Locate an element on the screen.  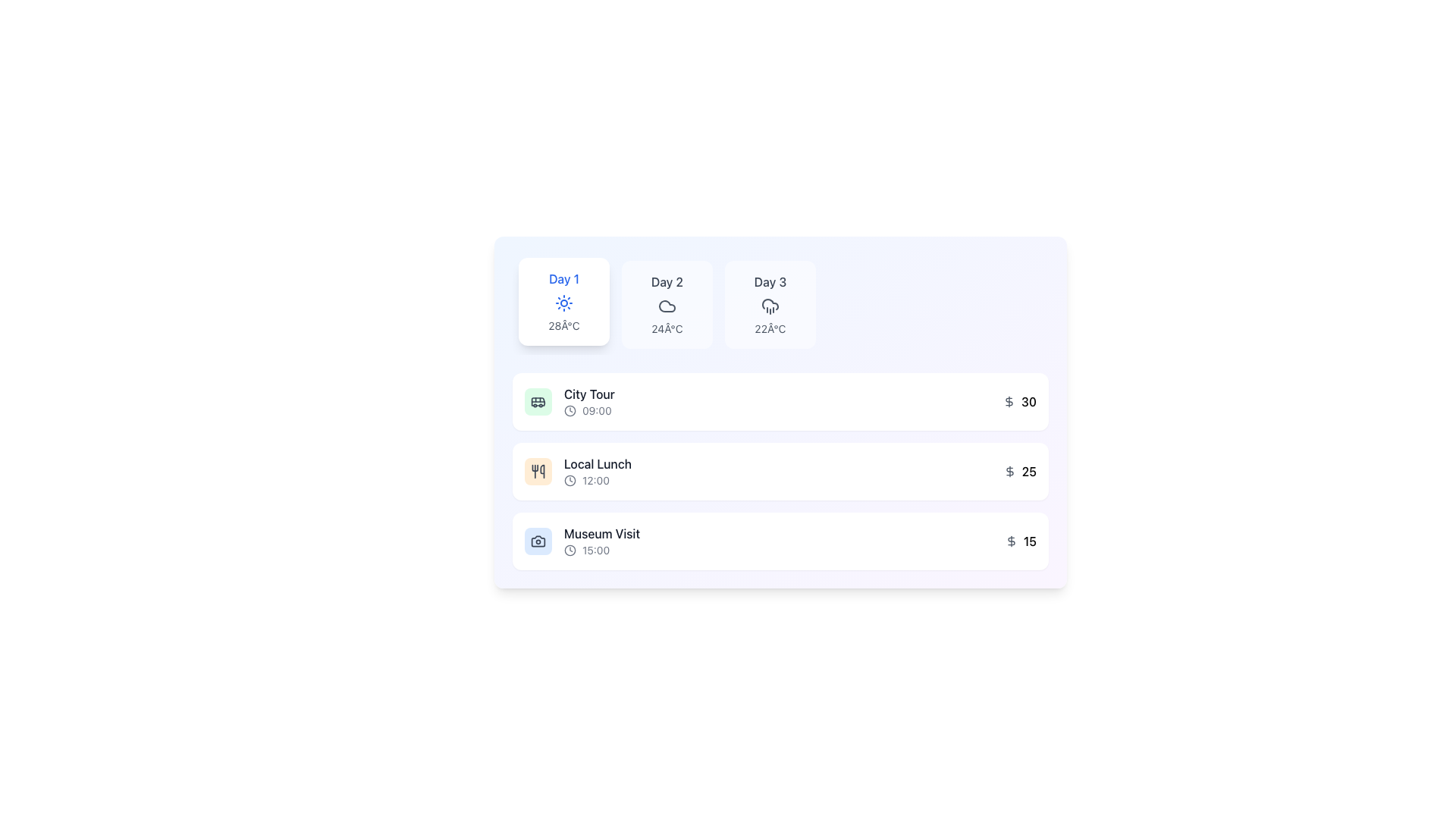
the 'City Tour' text label with the green bus icon, which represents a schedule entry at 09:00 is located at coordinates (588, 400).